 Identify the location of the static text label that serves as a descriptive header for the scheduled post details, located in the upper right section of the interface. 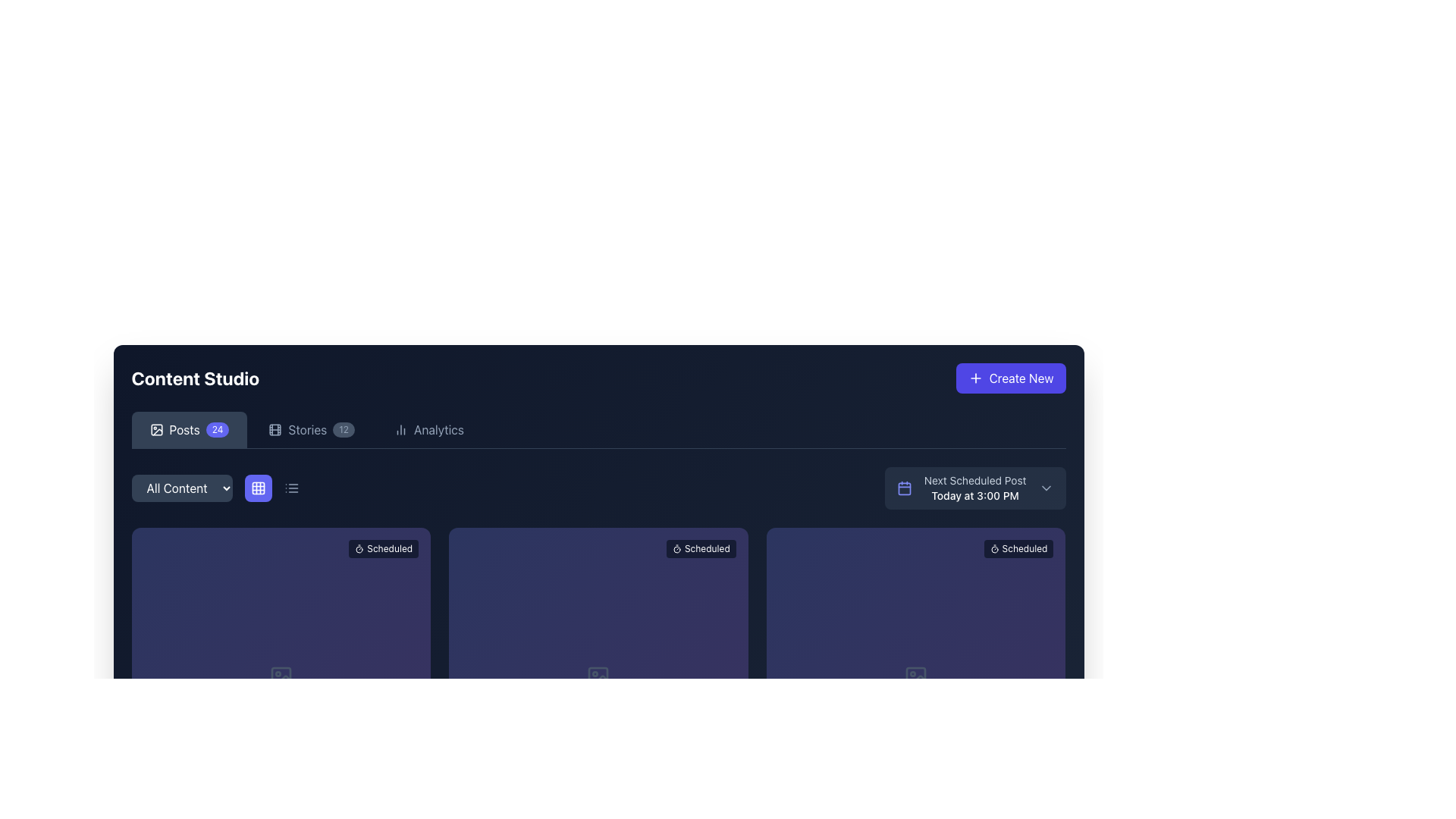
(975, 480).